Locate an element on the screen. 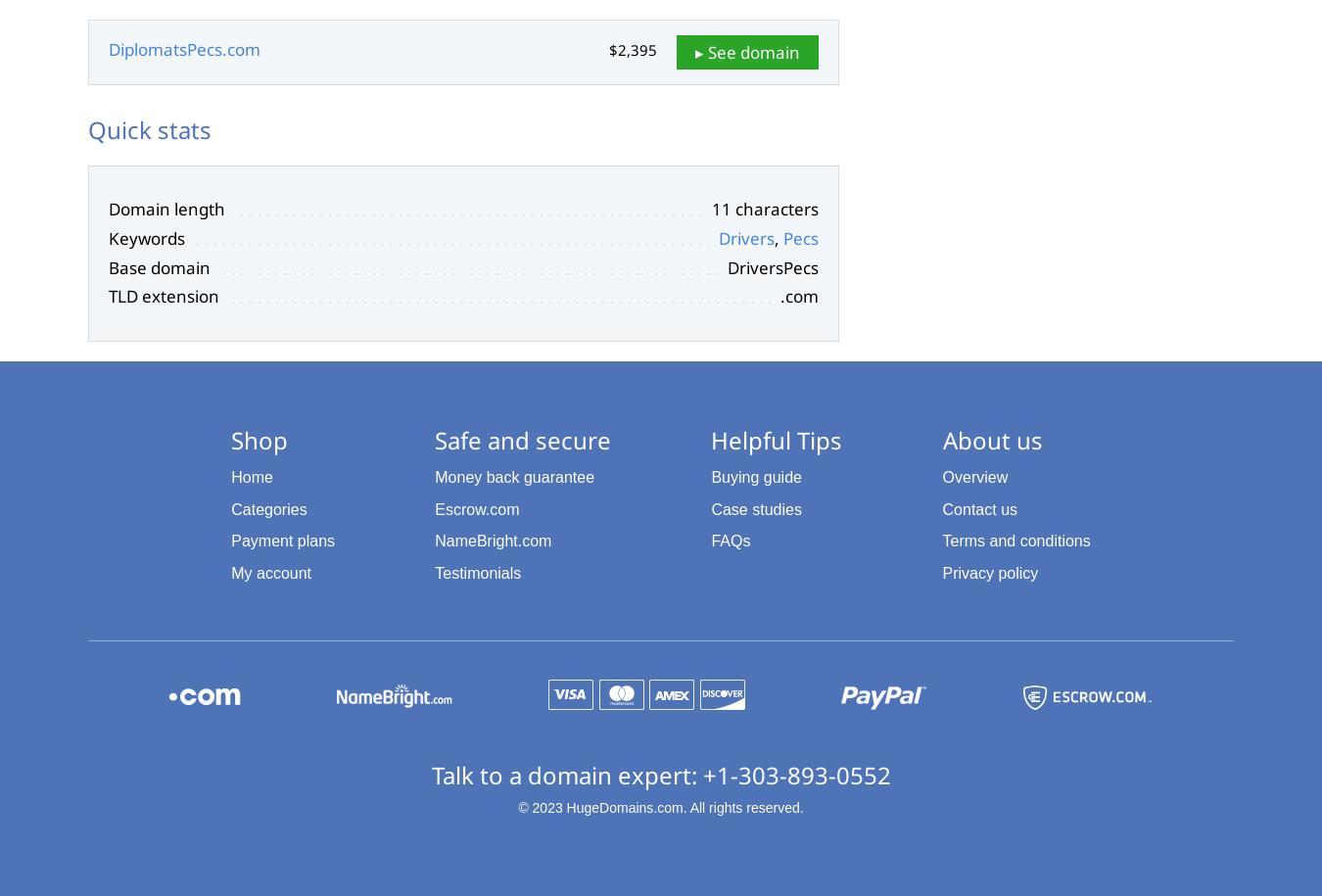 The height and width of the screenshot is (896, 1322). 'Buying guide' is located at coordinates (755, 475).